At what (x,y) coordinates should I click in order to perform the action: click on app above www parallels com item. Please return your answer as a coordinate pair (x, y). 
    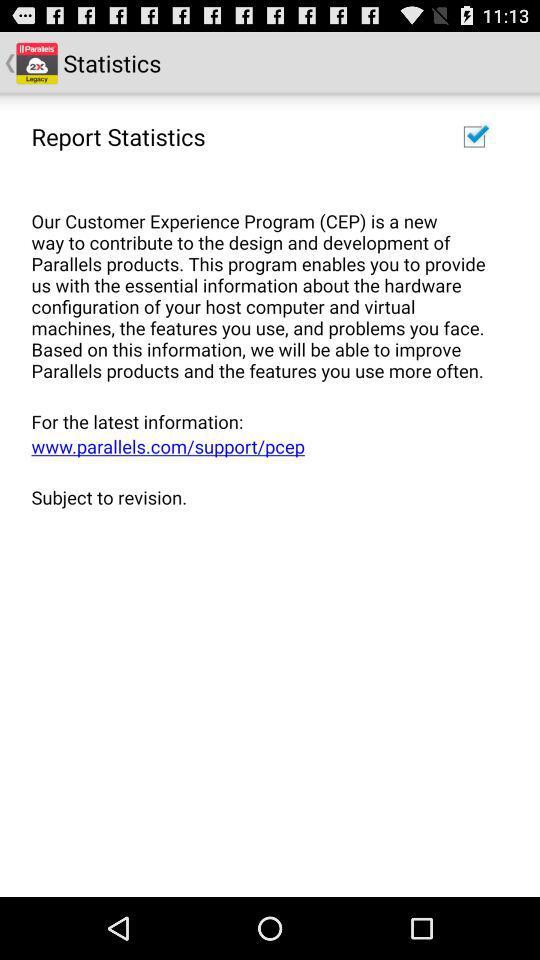
    Looking at the image, I should click on (263, 421).